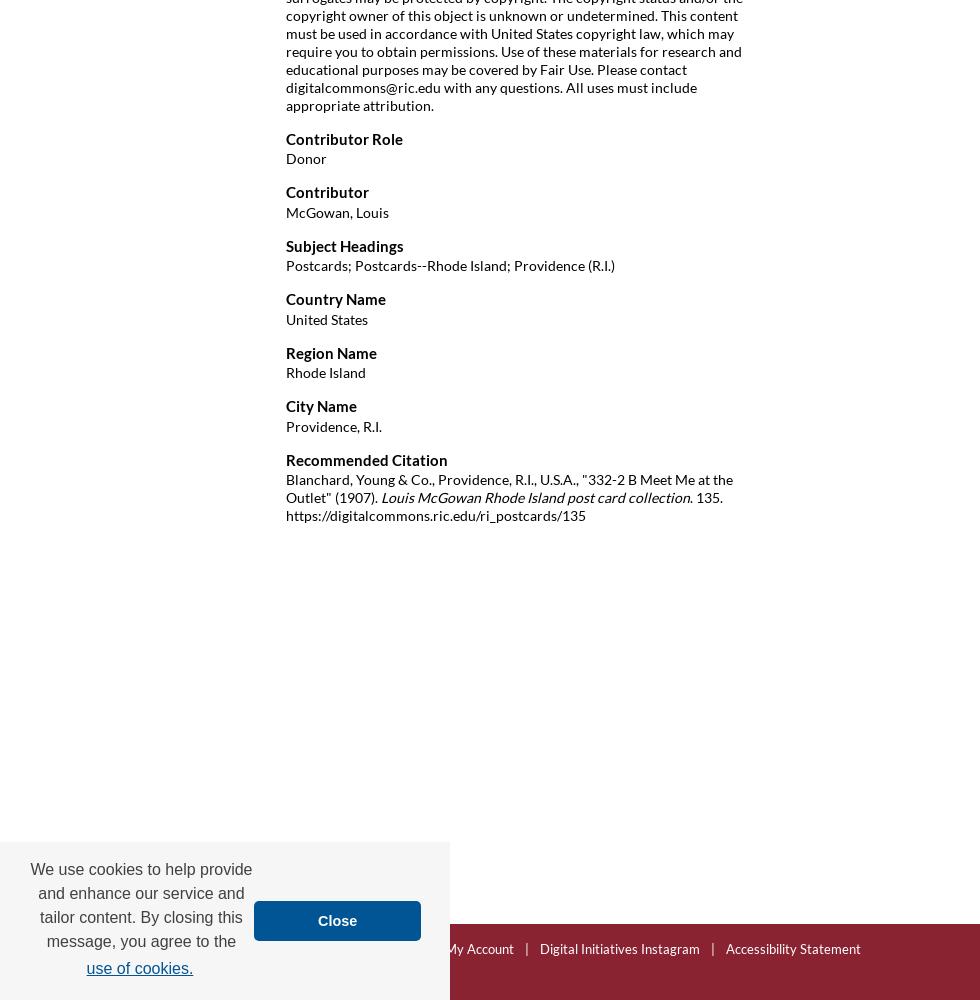  Describe the element at coordinates (337, 210) in the screenshot. I see `'McGowan, Louis'` at that location.